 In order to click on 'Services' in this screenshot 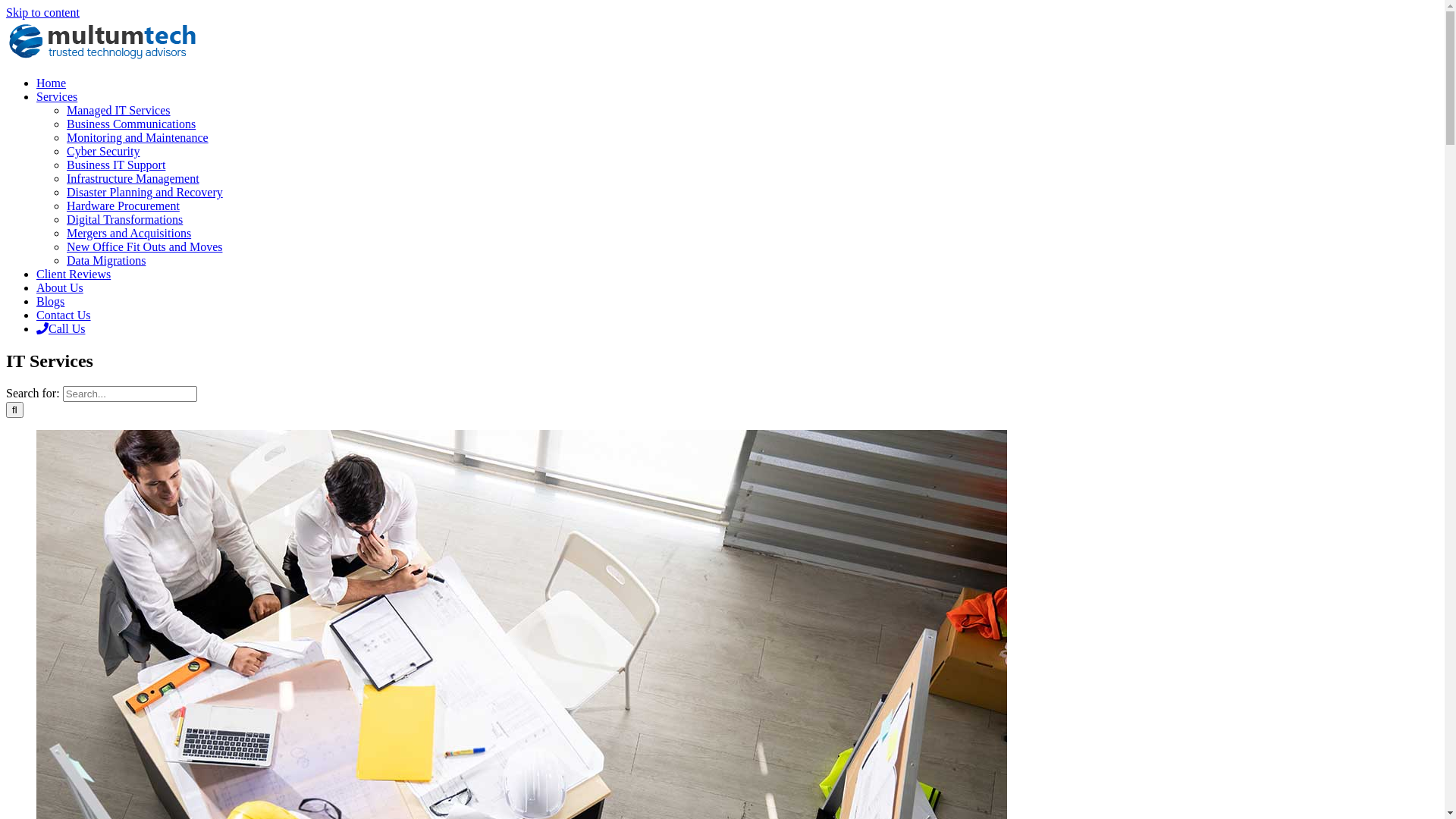, I will do `click(57, 96)`.